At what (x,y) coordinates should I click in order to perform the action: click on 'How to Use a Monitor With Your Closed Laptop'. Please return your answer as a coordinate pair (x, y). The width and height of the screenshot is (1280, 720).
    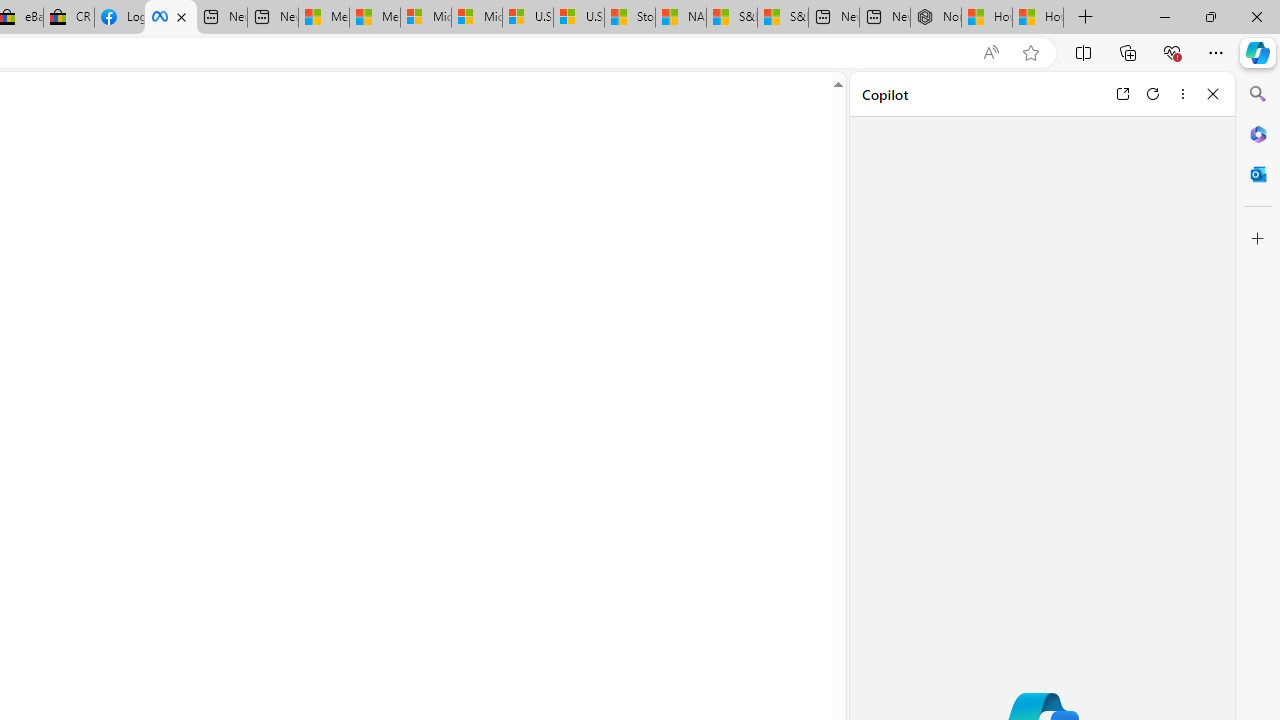
    Looking at the image, I should click on (1038, 17).